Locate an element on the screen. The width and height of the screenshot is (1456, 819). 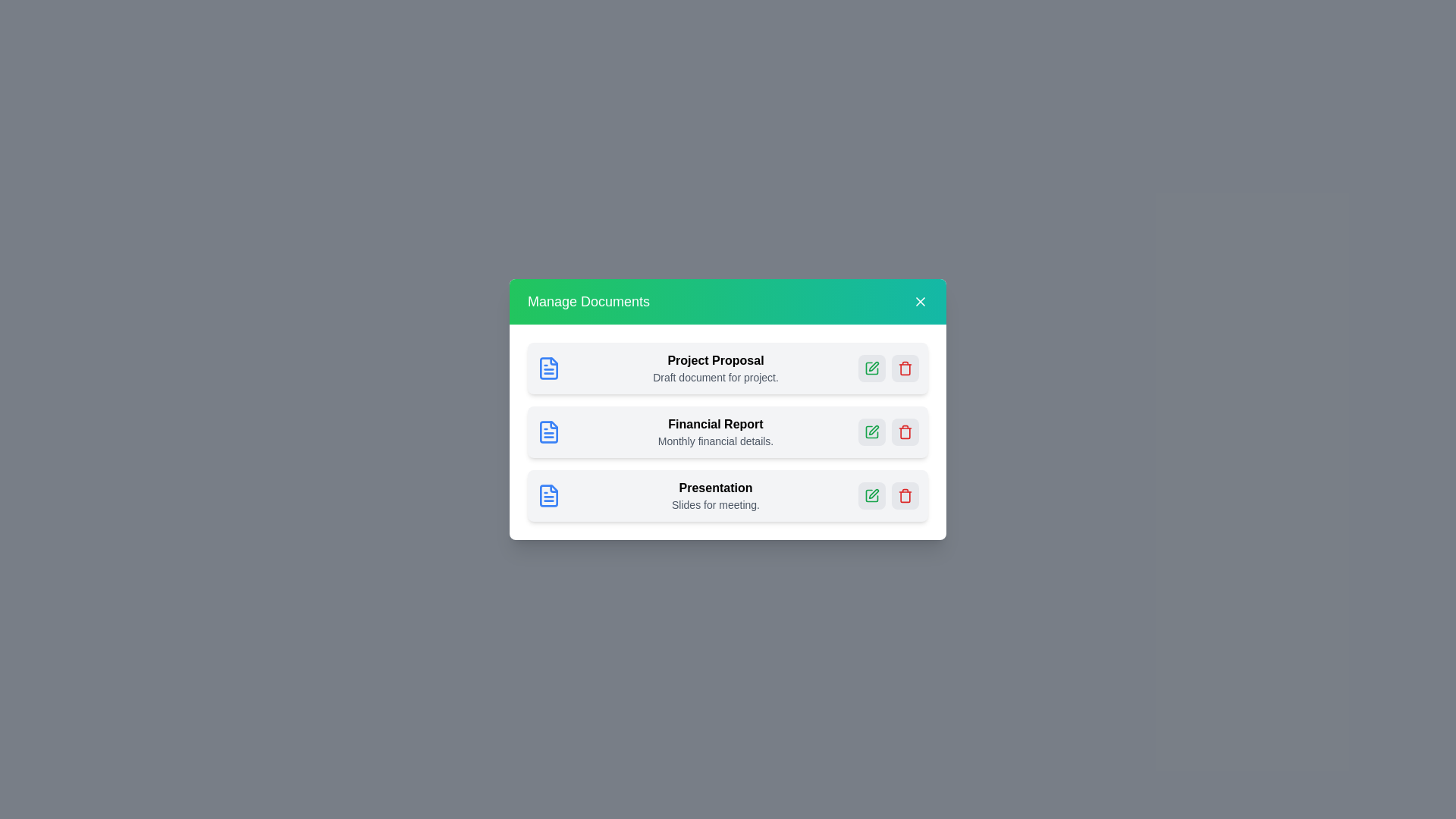
the delete button for the document named Presentation is located at coordinates (905, 496).